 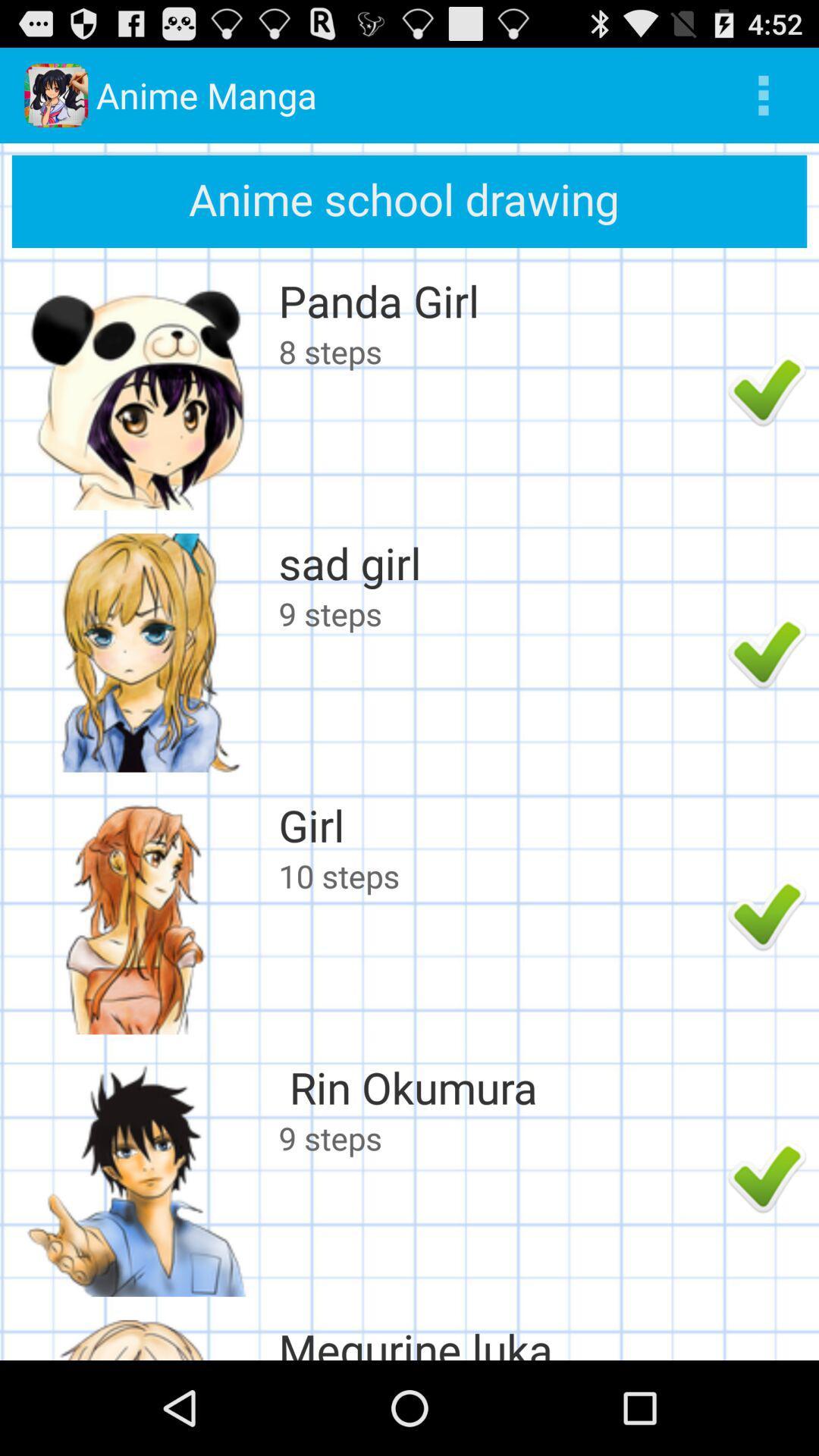 What do you see at coordinates (499, 350) in the screenshot?
I see `app below the panda girl item` at bounding box center [499, 350].